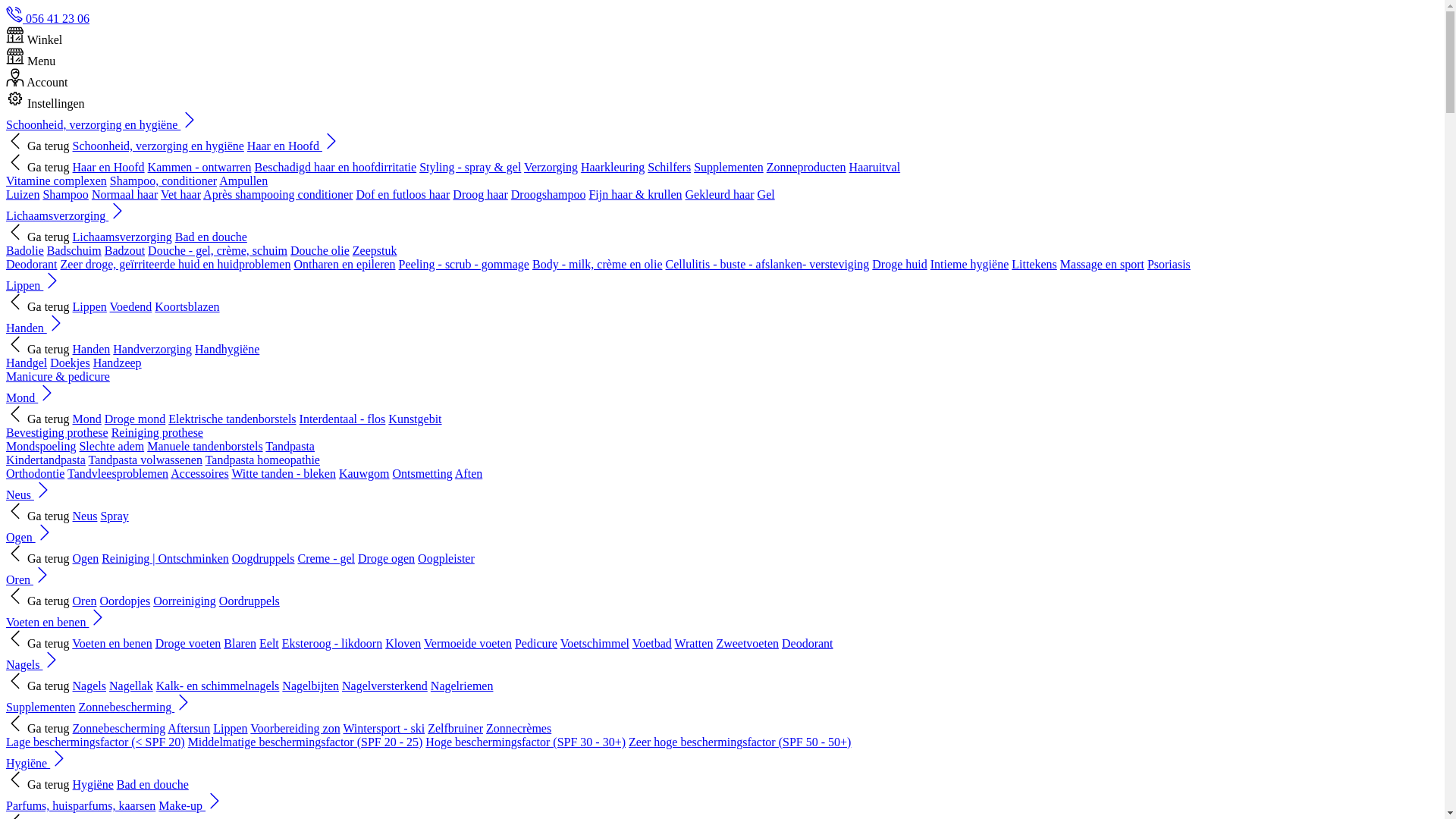  Describe the element at coordinates (73, 249) in the screenshot. I see `'Badschuim'` at that location.